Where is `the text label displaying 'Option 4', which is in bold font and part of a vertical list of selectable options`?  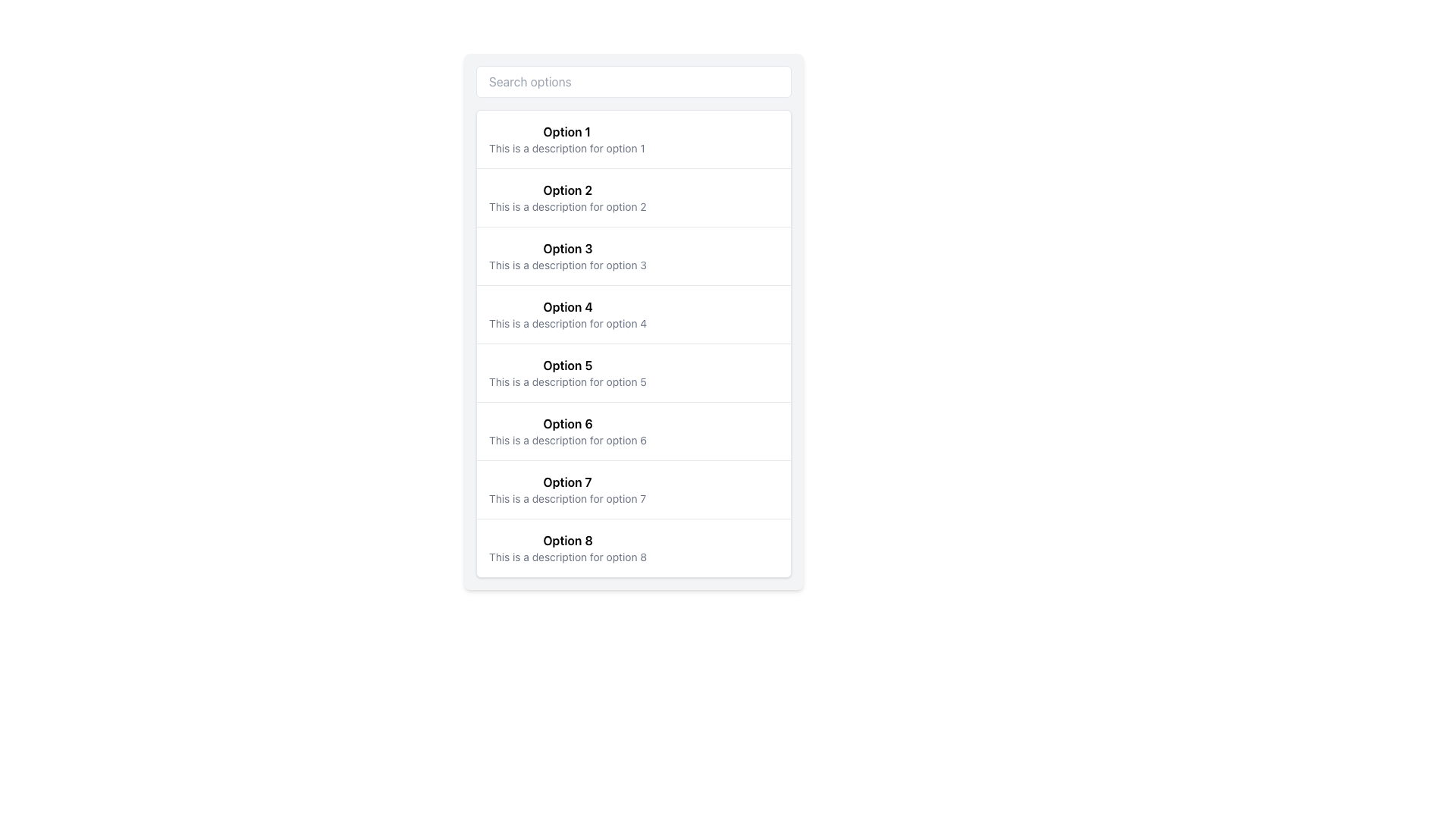
the text label displaying 'Option 4', which is in bold font and part of a vertical list of selectable options is located at coordinates (567, 307).